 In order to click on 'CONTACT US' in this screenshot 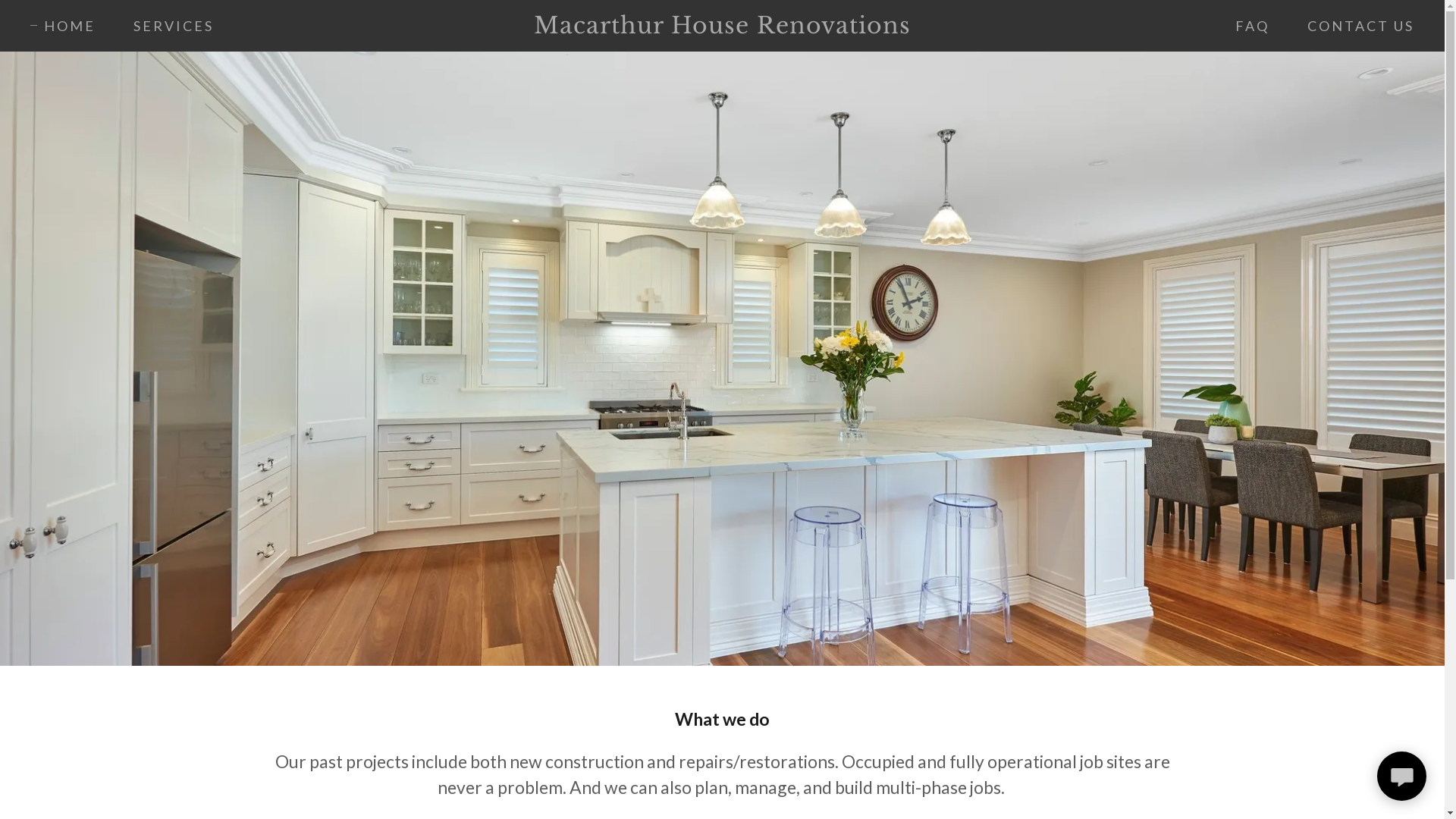, I will do `click(1288, 26)`.